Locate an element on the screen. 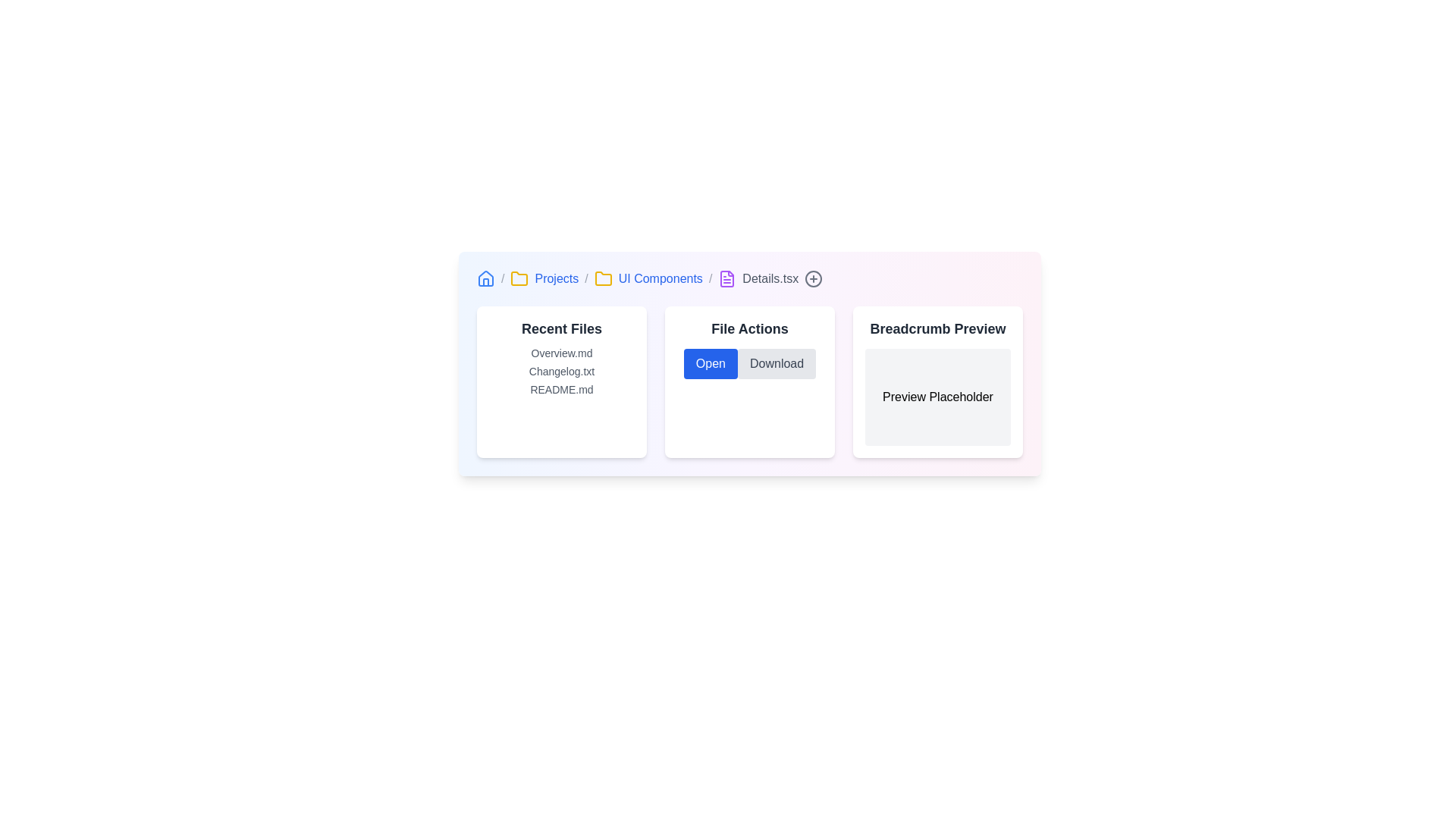 The image size is (1456, 819). the 'README.md' text label located in the 'Recent Files' card section for interaction is located at coordinates (560, 388).